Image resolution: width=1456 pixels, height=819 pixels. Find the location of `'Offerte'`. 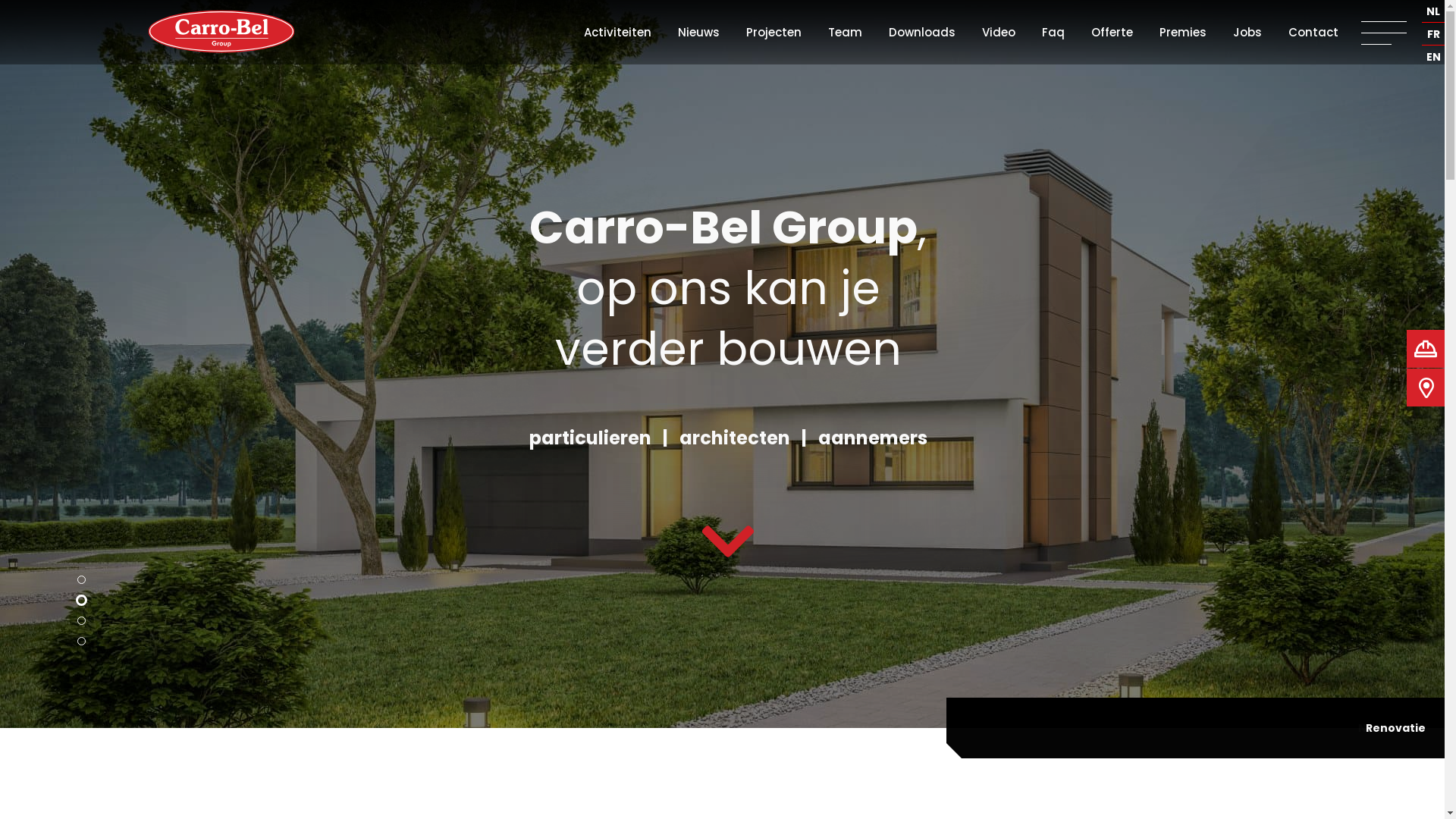

'Offerte' is located at coordinates (1112, 32).